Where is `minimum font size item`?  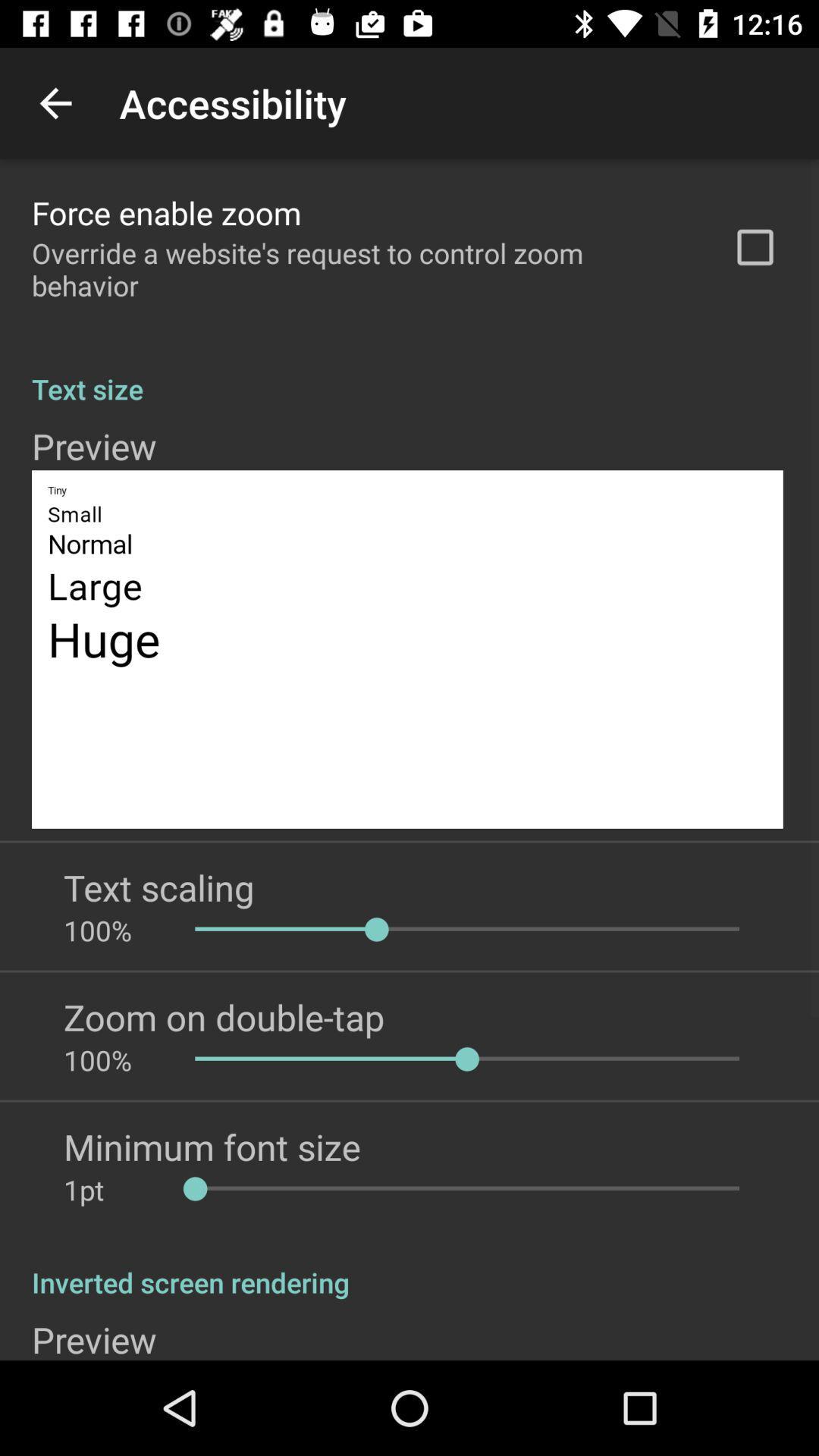
minimum font size item is located at coordinates (212, 1147).